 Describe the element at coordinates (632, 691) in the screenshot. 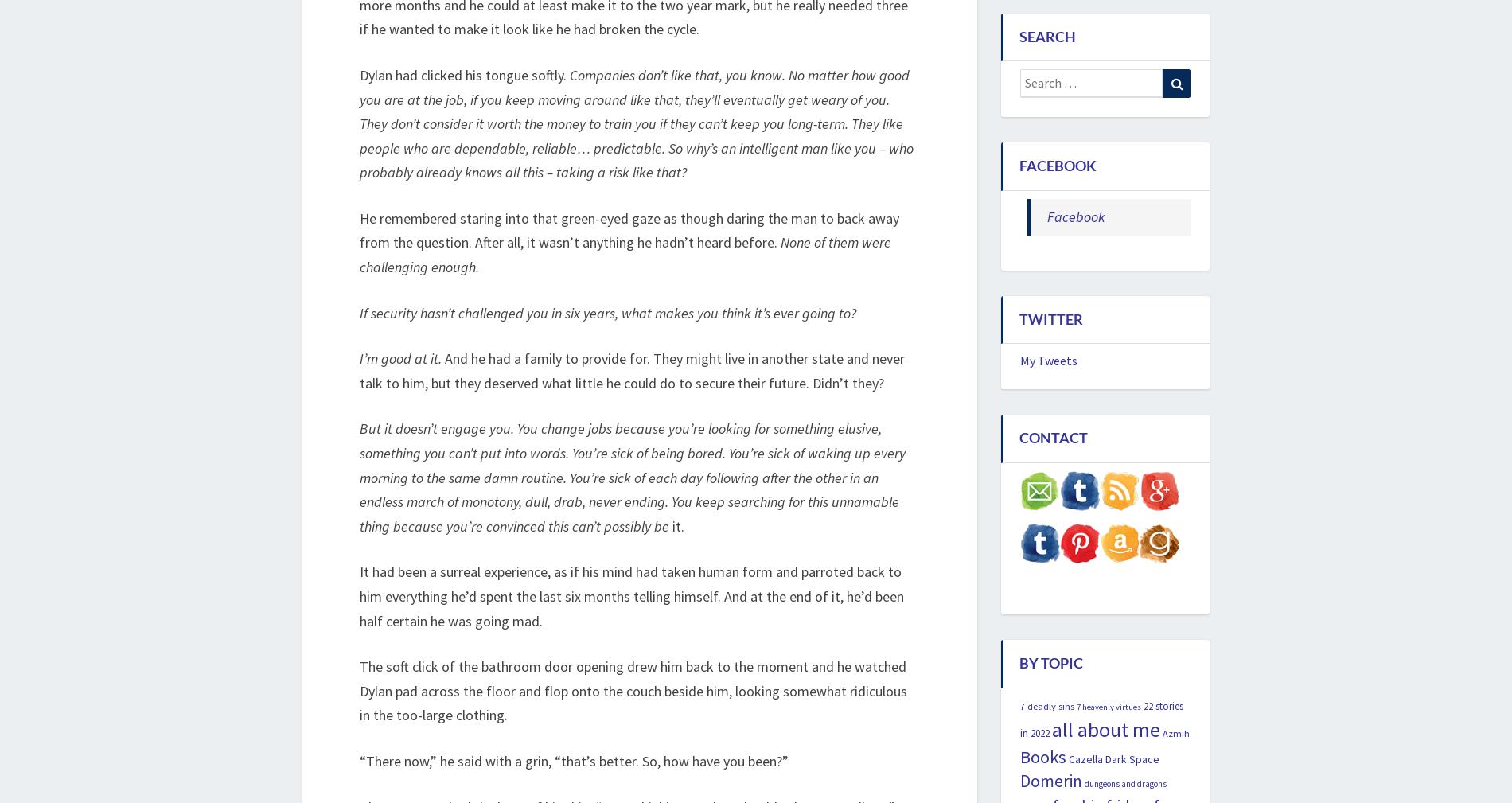

I see `'The soft click of the bathroom door opening drew him back to the moment and he watched Dylan pad across the floor and flop onto the couch beside him, looking somewhat ridiculous in the too-large clothing.'` at that location.